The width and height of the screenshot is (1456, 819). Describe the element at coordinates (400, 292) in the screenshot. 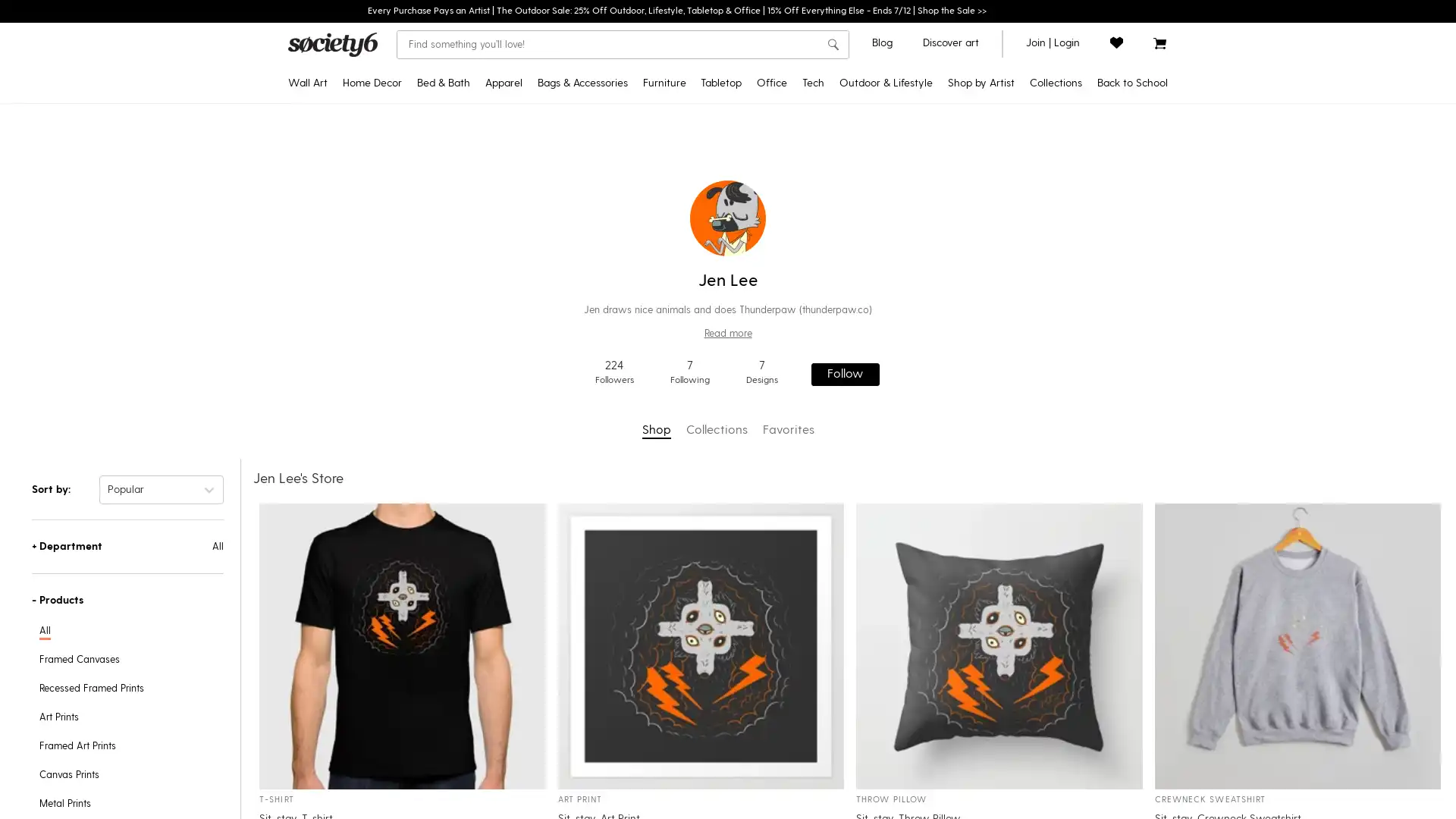

I see `Wall Clocks` at that location.